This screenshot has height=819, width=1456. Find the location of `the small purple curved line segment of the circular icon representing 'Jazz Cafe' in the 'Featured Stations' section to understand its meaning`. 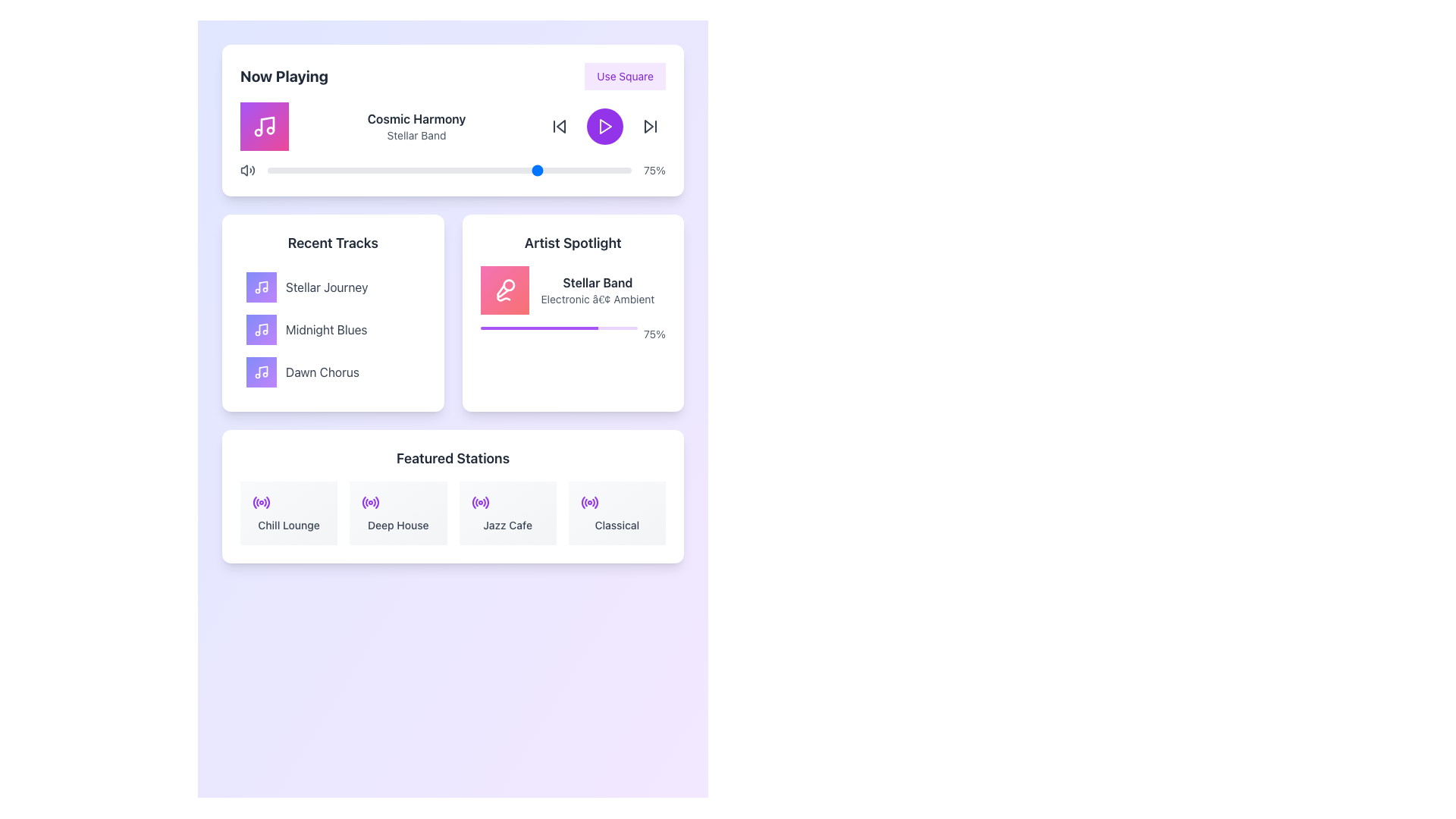

the small purple curved line segment of the circular icon representing 'Jazz Cafe' in the 'Featured Stations' section to understand its meaning is located at coordinates (472, 503).